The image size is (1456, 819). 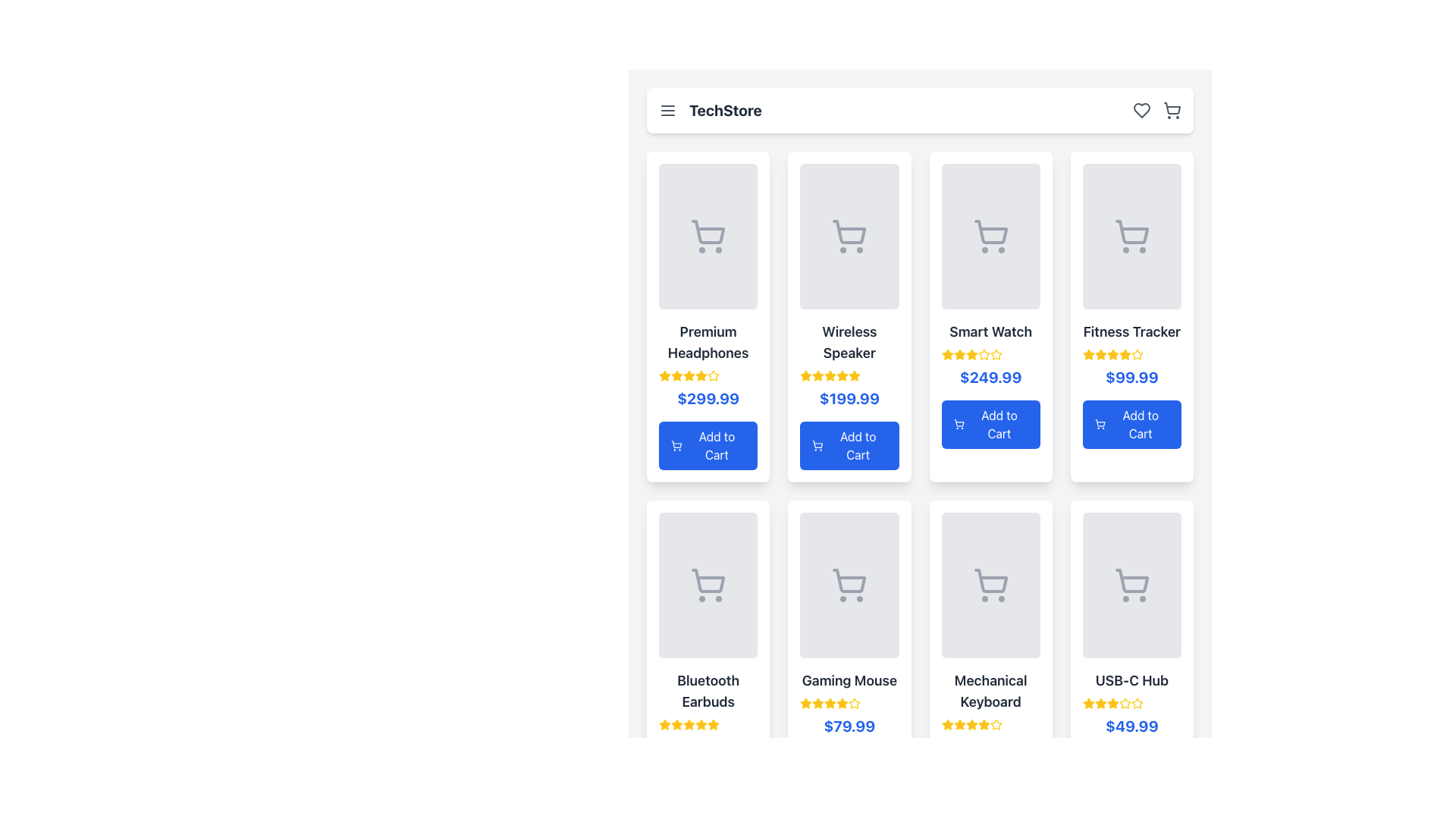 I want to click on the product name or image of the fourth product display card in the first row of the grid, so click(x=1131, y=315).